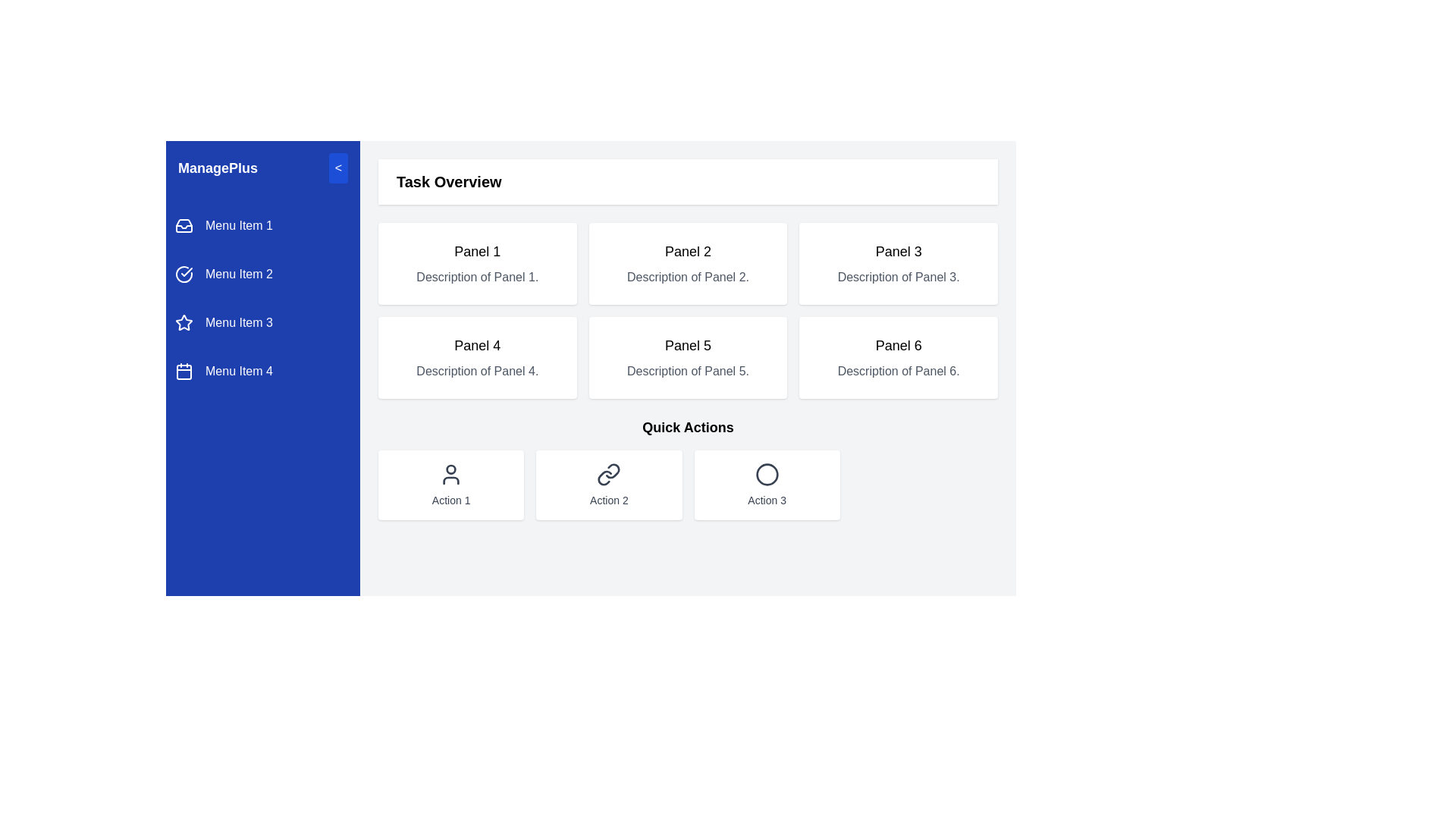 The height and width of the screenshot is (819, 1456). Describe the element at coordinates (687, 467) in the screenshot. I see `the 'Quick Actions' section` at that location.